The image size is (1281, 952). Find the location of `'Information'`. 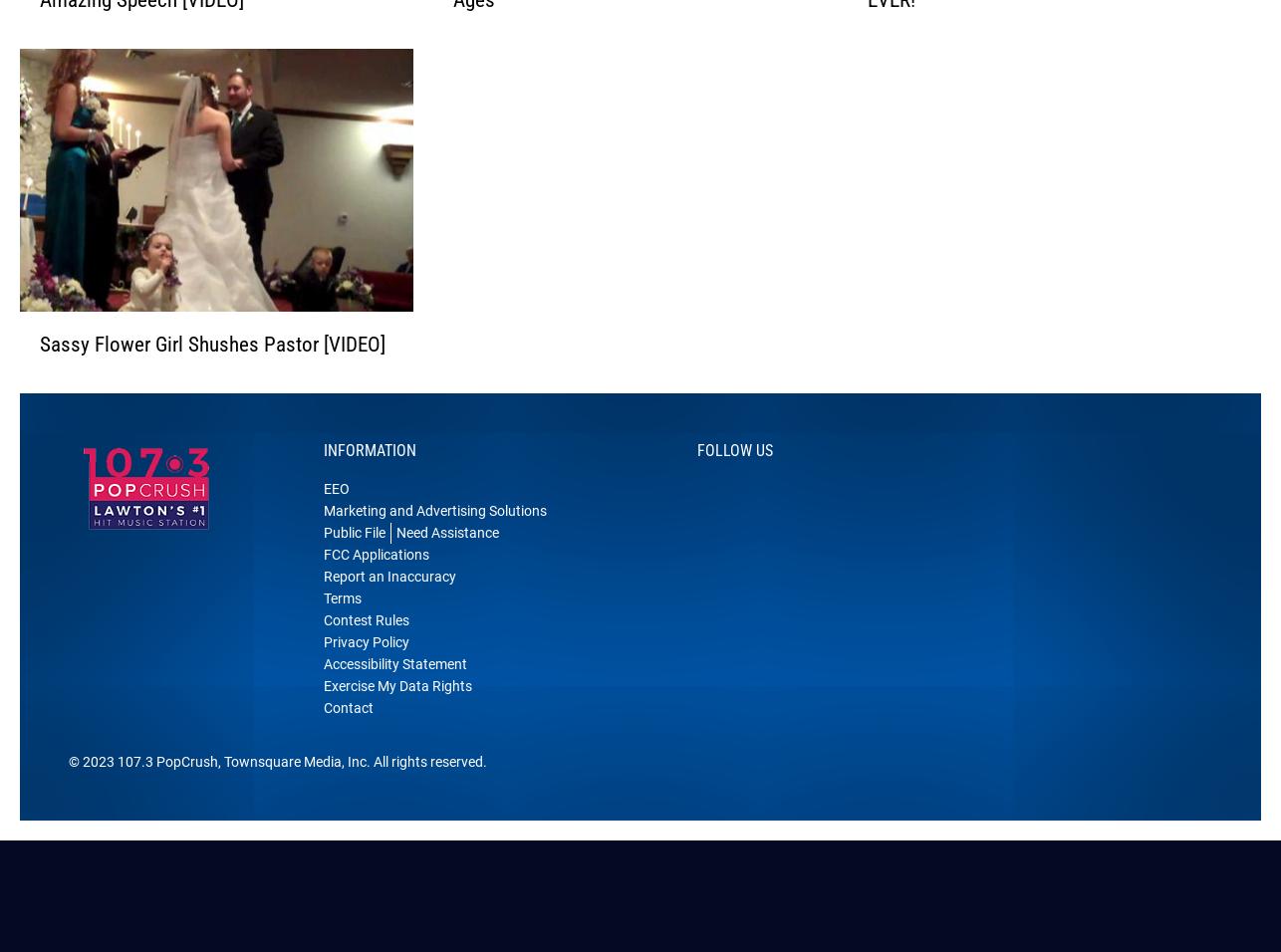

'Information' is located at coordinates (369, 476).